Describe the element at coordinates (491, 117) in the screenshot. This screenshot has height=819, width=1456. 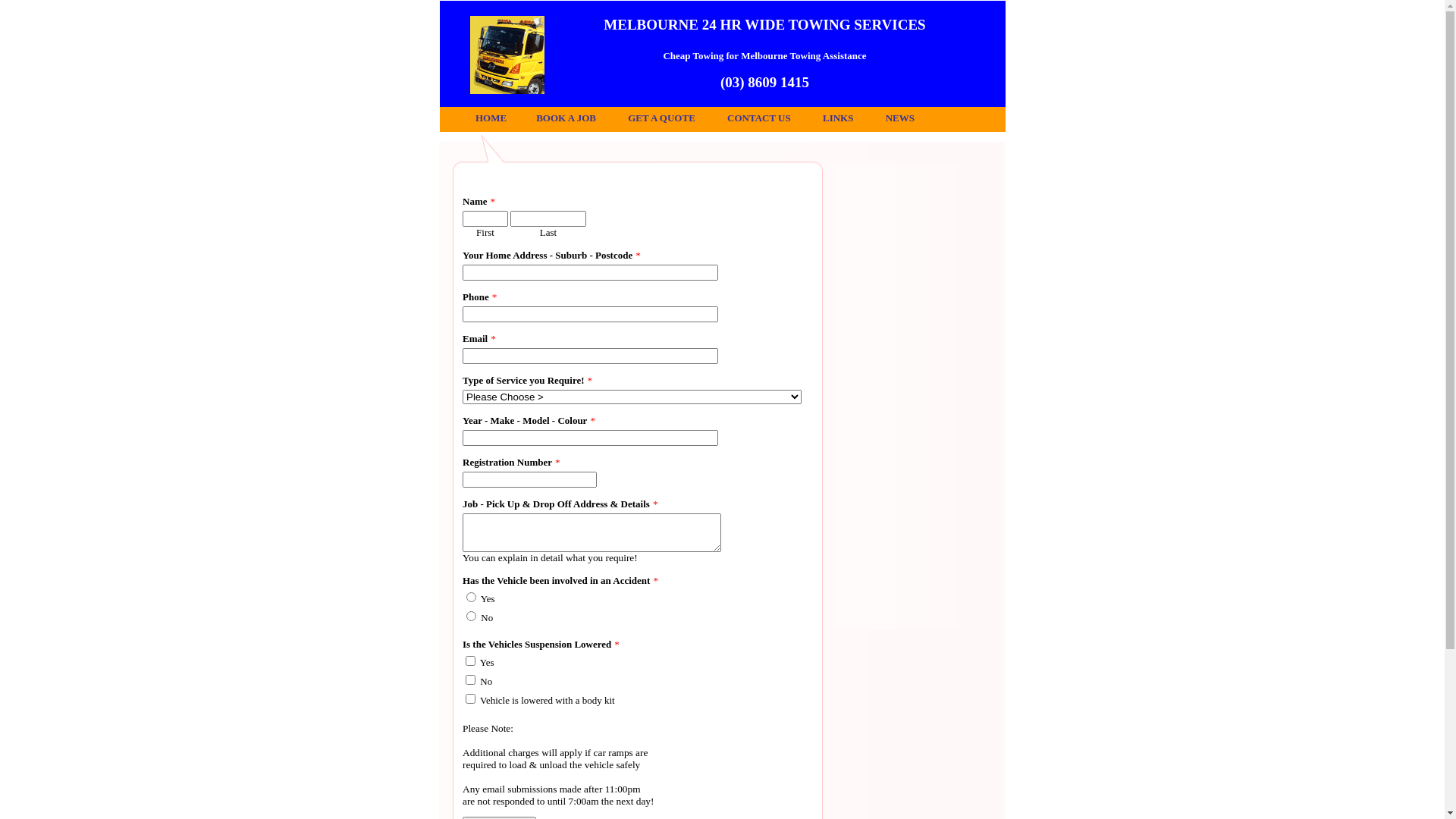
I see `'HOME'` at that location.